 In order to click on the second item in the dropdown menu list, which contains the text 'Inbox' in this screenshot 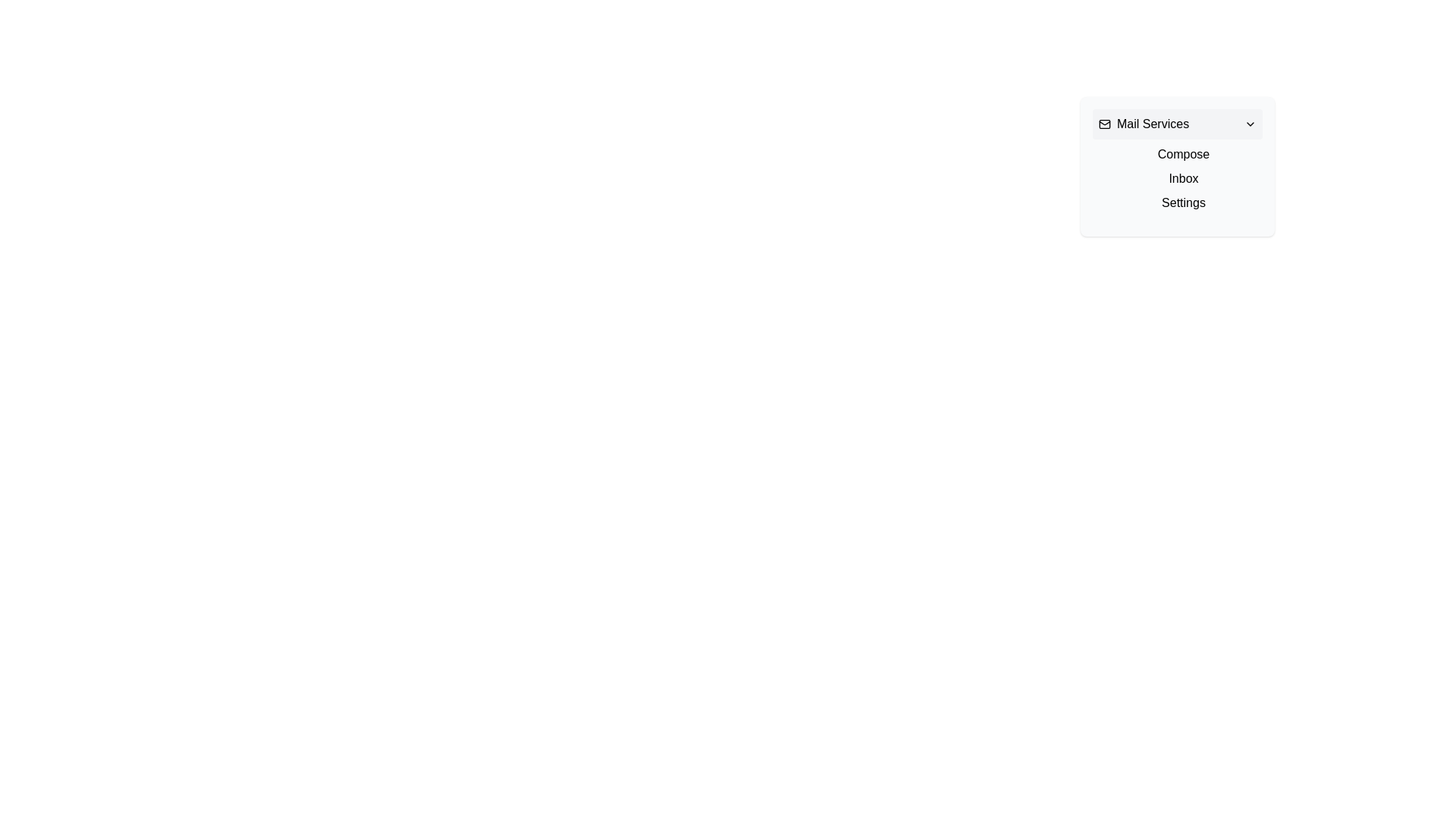, I will do `click(1177, 177)`.